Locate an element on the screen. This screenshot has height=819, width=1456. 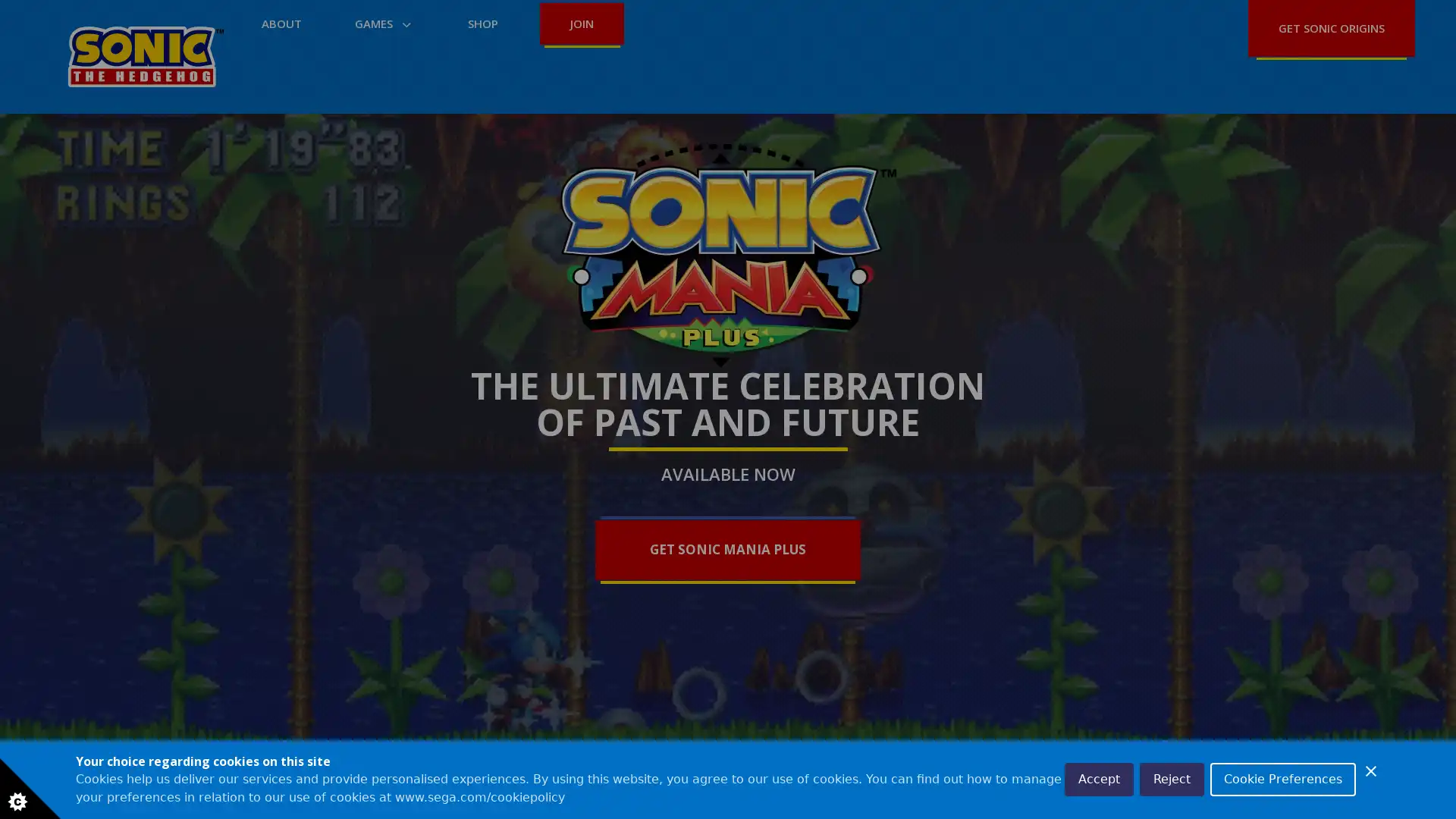
Close is located at coordinates (1371, 771).